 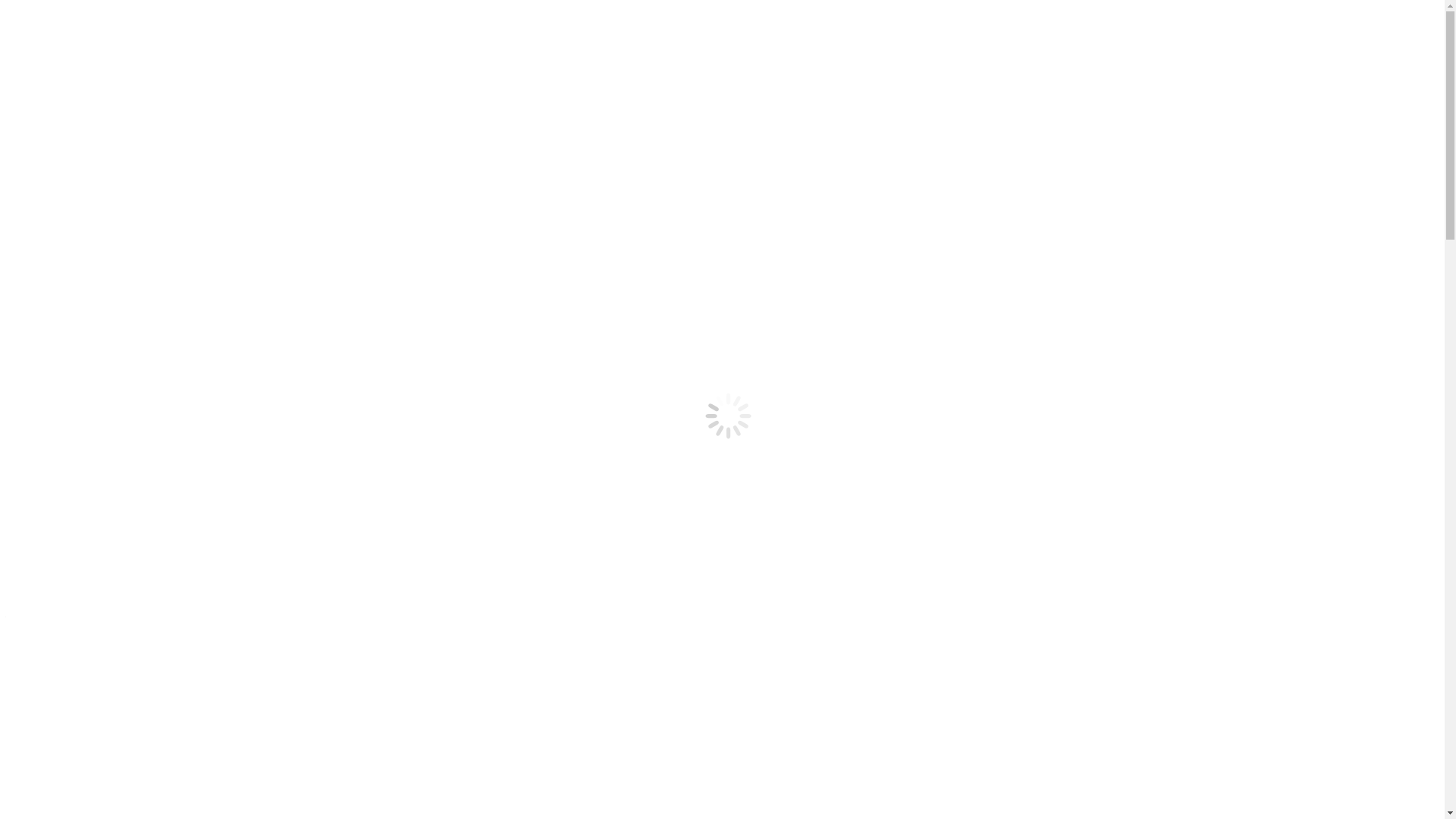 I want to click on 'Highway 285 Cameras in Colorado Weather', so click(x=143, y=165).